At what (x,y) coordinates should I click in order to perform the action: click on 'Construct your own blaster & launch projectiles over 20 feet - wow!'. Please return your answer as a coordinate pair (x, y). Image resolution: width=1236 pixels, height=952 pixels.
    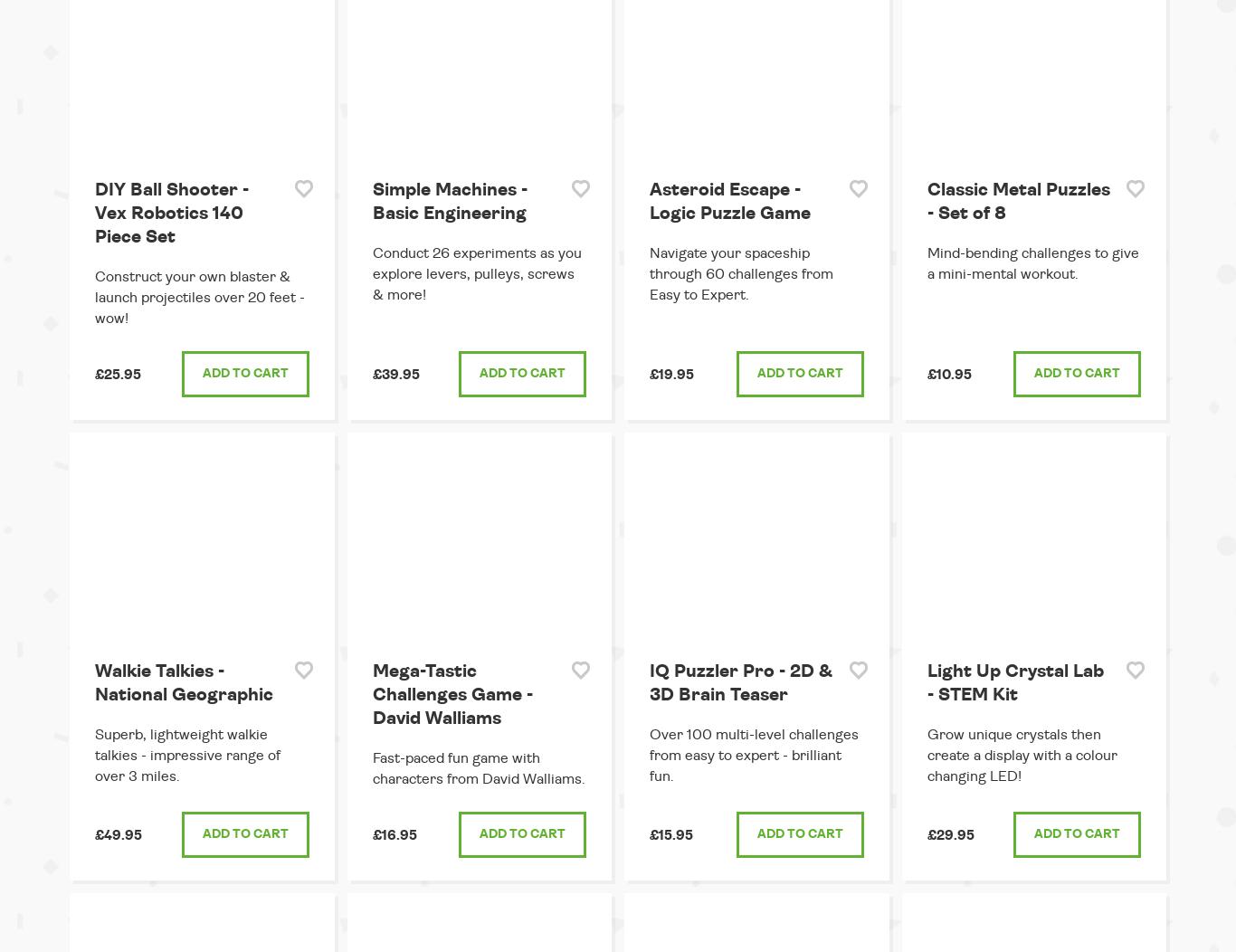
    Looking at the image, I should click on (95, 296).